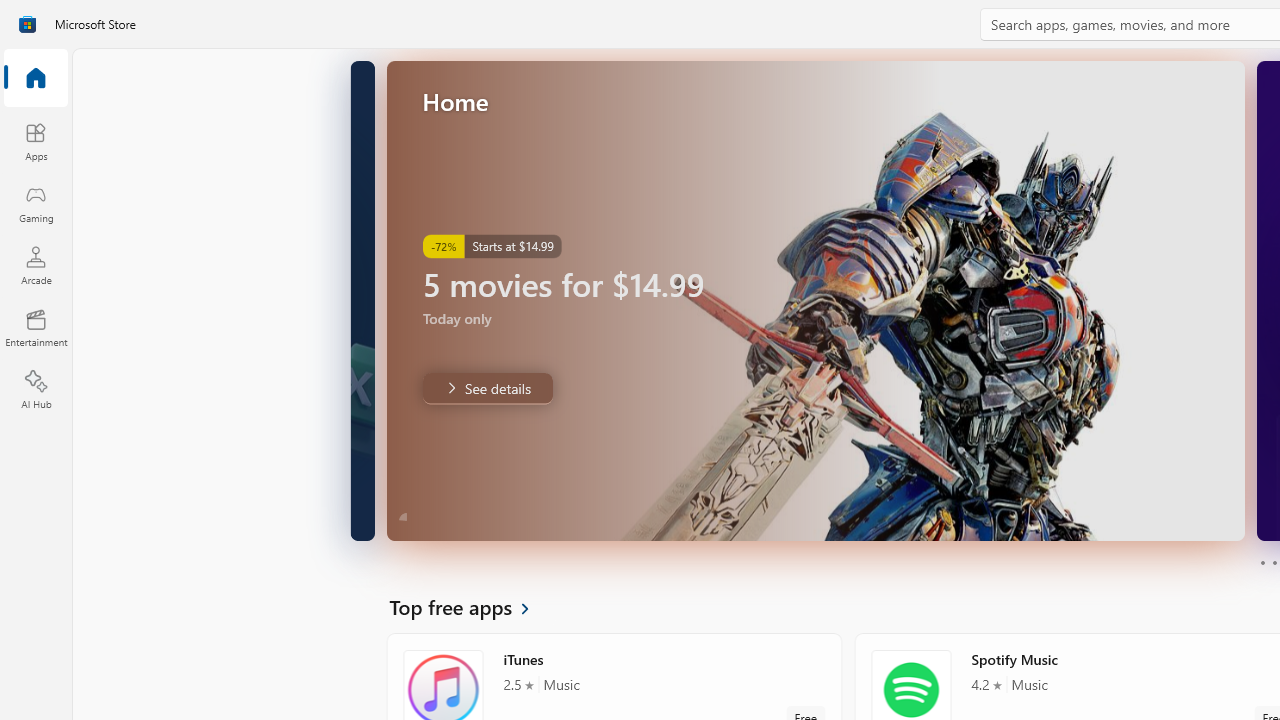  Describe the element at coordinates (35, 78) in the screenshot. I see `'Home'` at that location.